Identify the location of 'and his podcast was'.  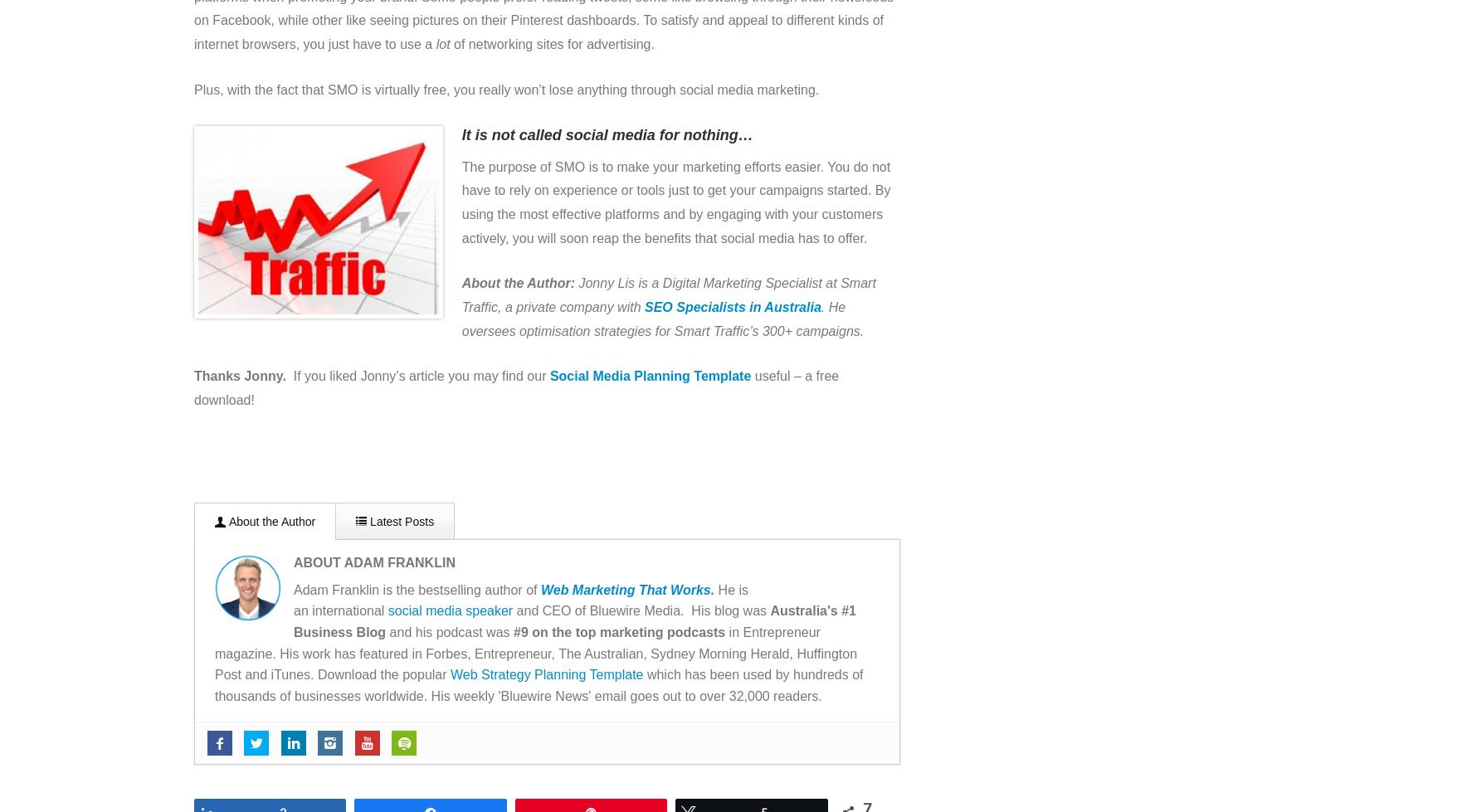
(449, 631).